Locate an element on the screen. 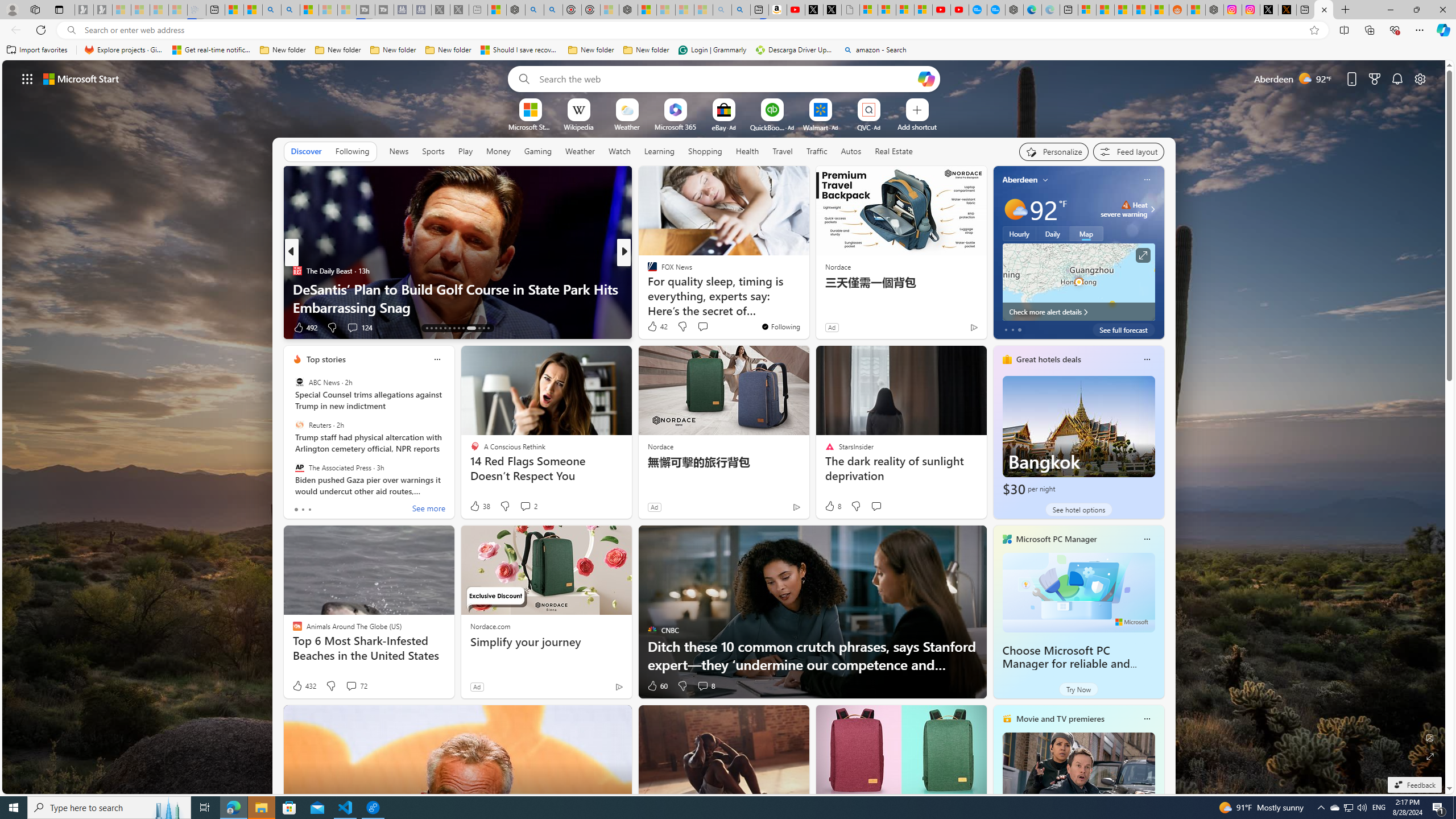 The image size is (1456, 819). 'Daily' is located at coordinates (1052, 233).